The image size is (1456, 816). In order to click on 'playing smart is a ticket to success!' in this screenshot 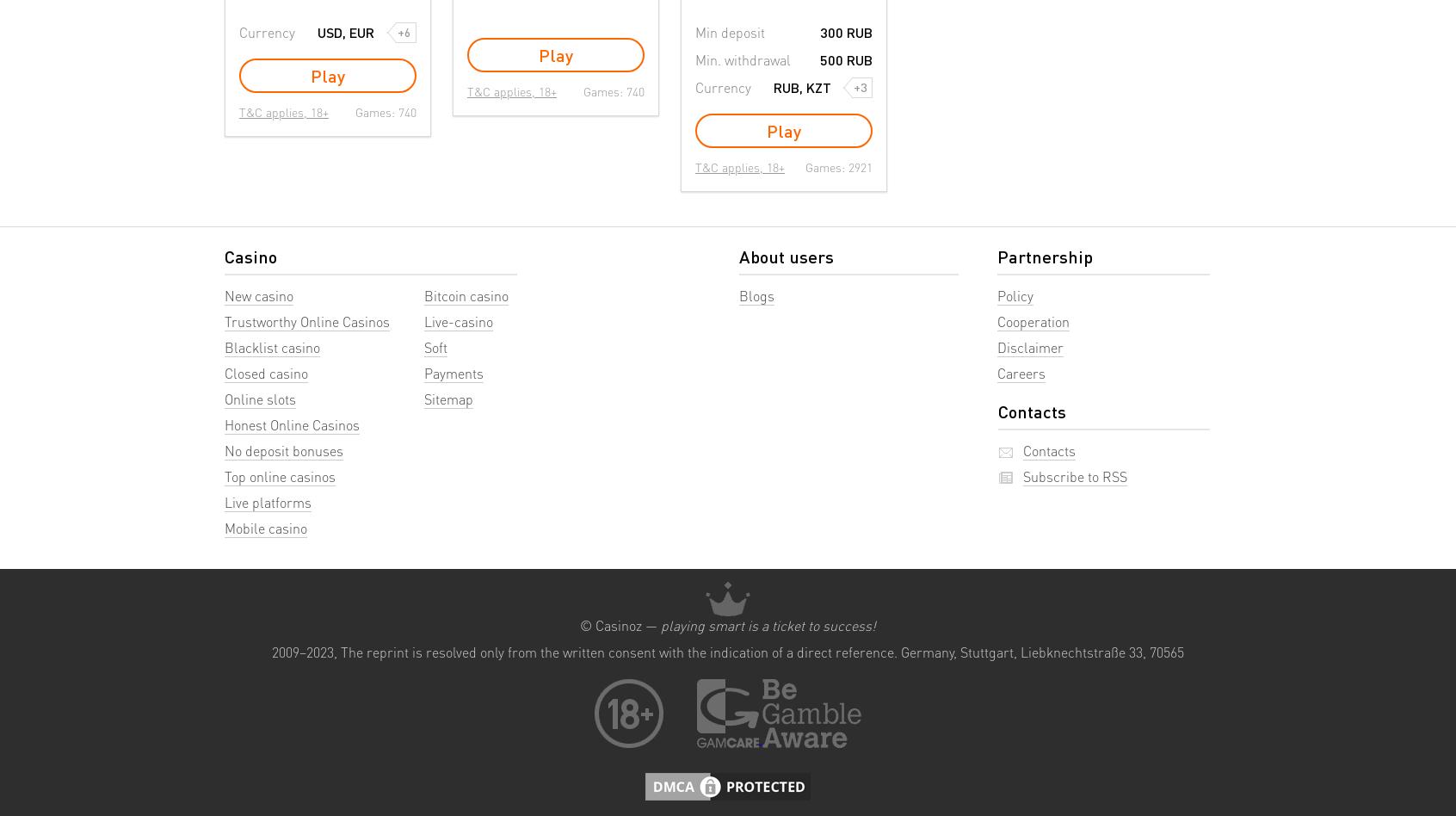, I will do `click(768, 624)`.